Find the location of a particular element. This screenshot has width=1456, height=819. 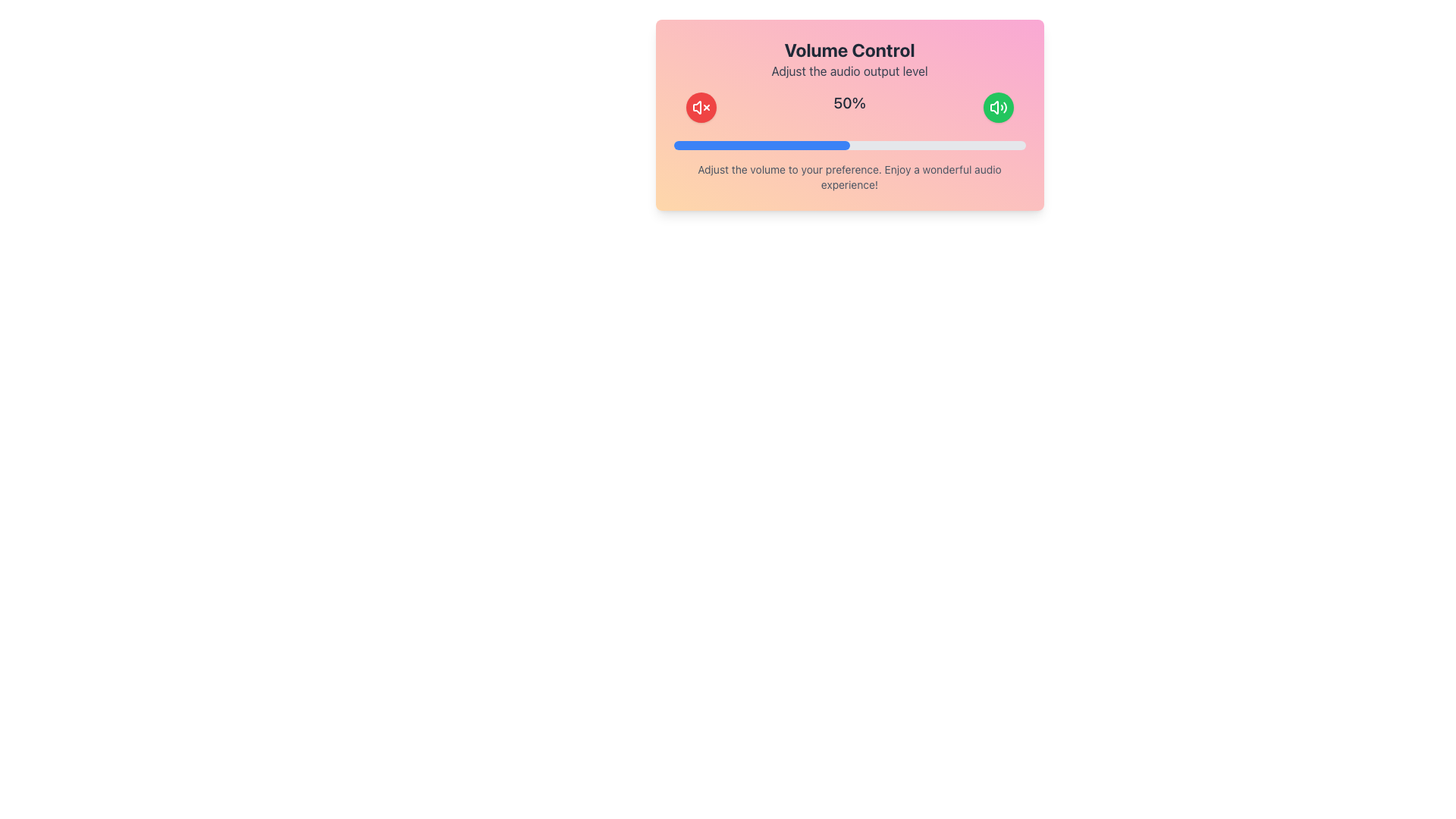

the unmute or volume increase button located on the far right of the horizontal layout section, adjacent to the '50%' text label is located at coordinates (998, 107).